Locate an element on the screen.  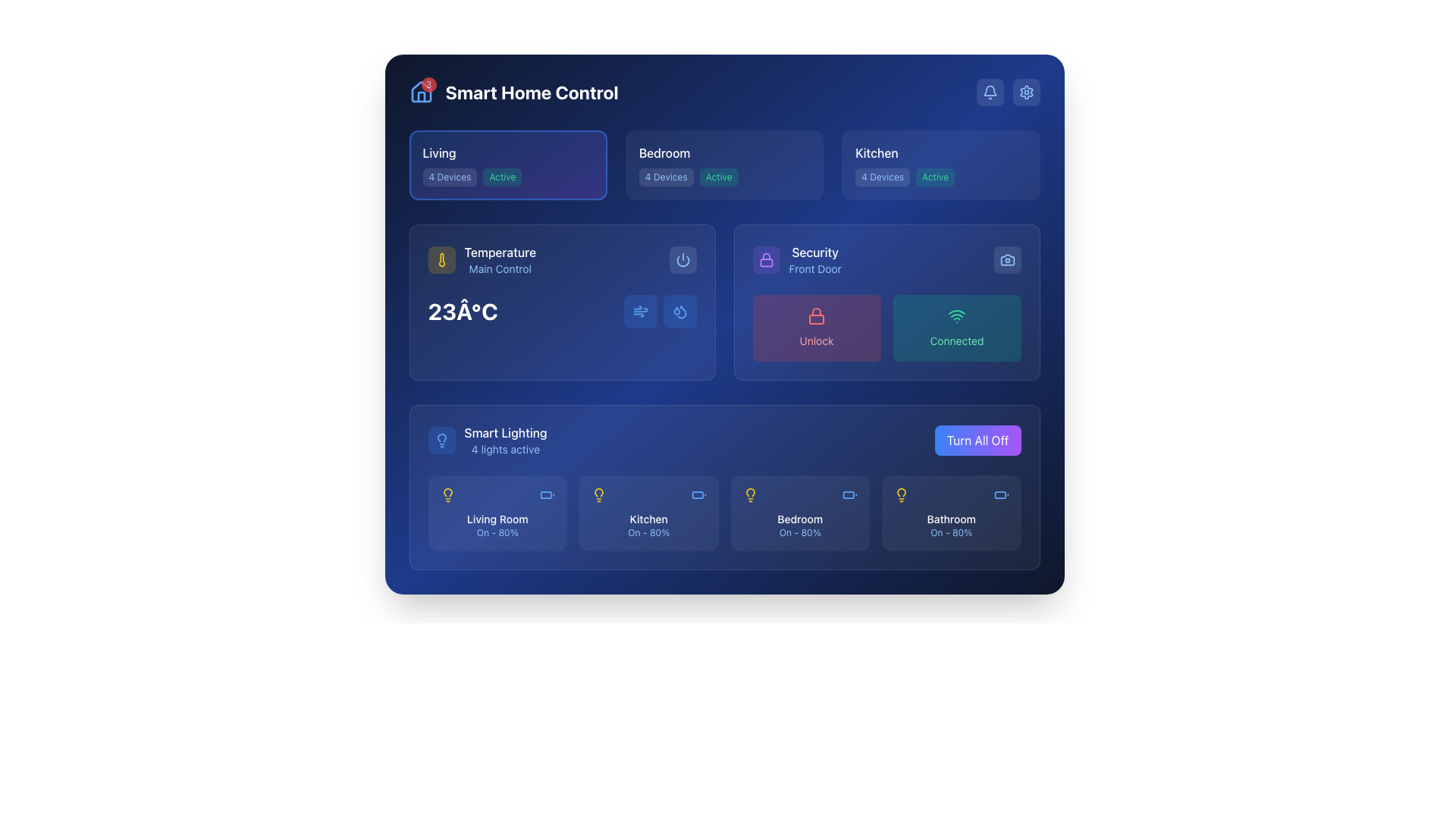
the text label that reads 'Kitchen', which is styled in a medium-sized, white, sans-serif font under the 'Smart Lighting' section, specifically positioned second from the left among similar elements is located at coordinates (648, 519).